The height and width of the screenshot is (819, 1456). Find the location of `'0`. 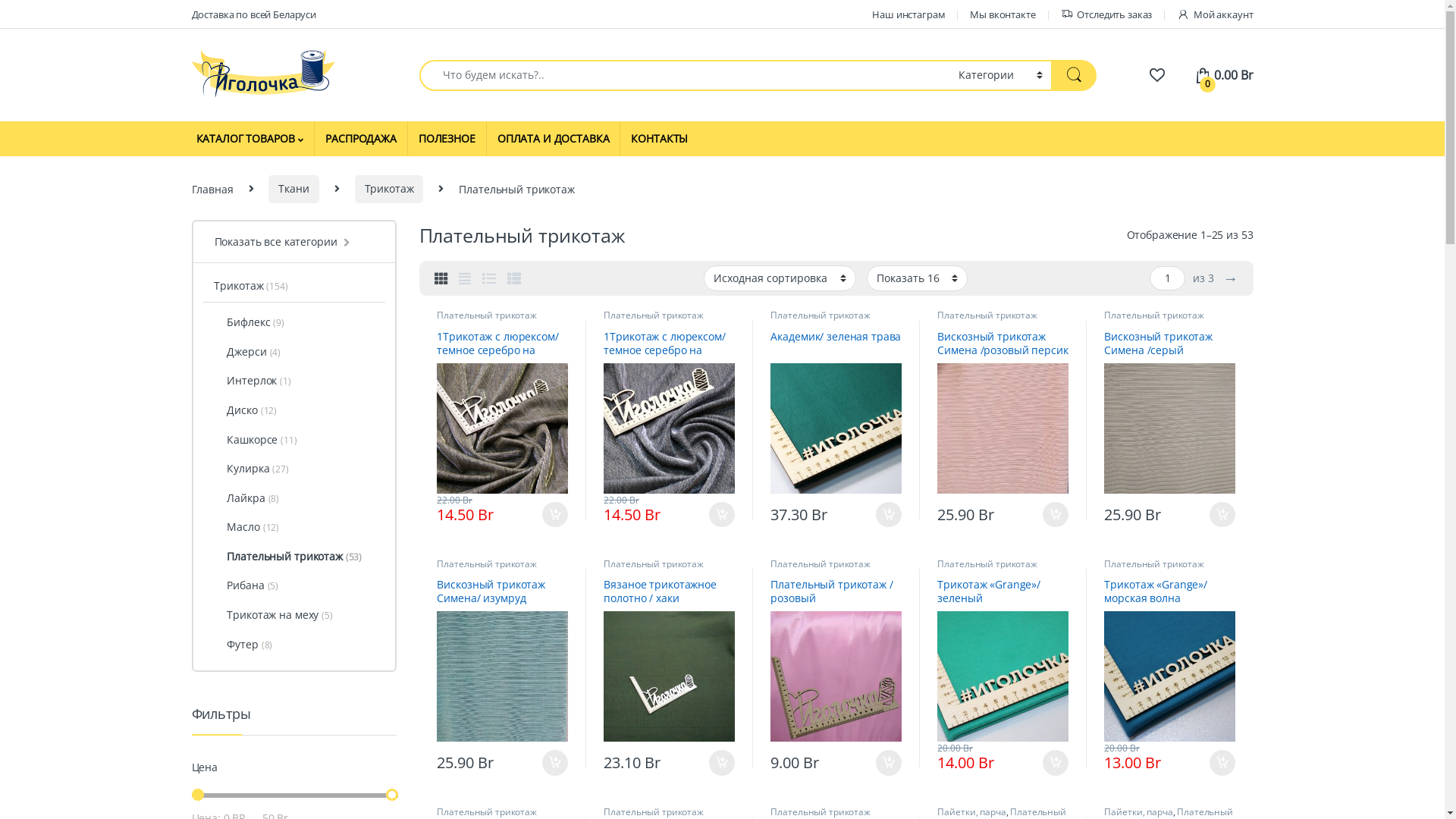

'0 is located at coordinates (1223, 75).